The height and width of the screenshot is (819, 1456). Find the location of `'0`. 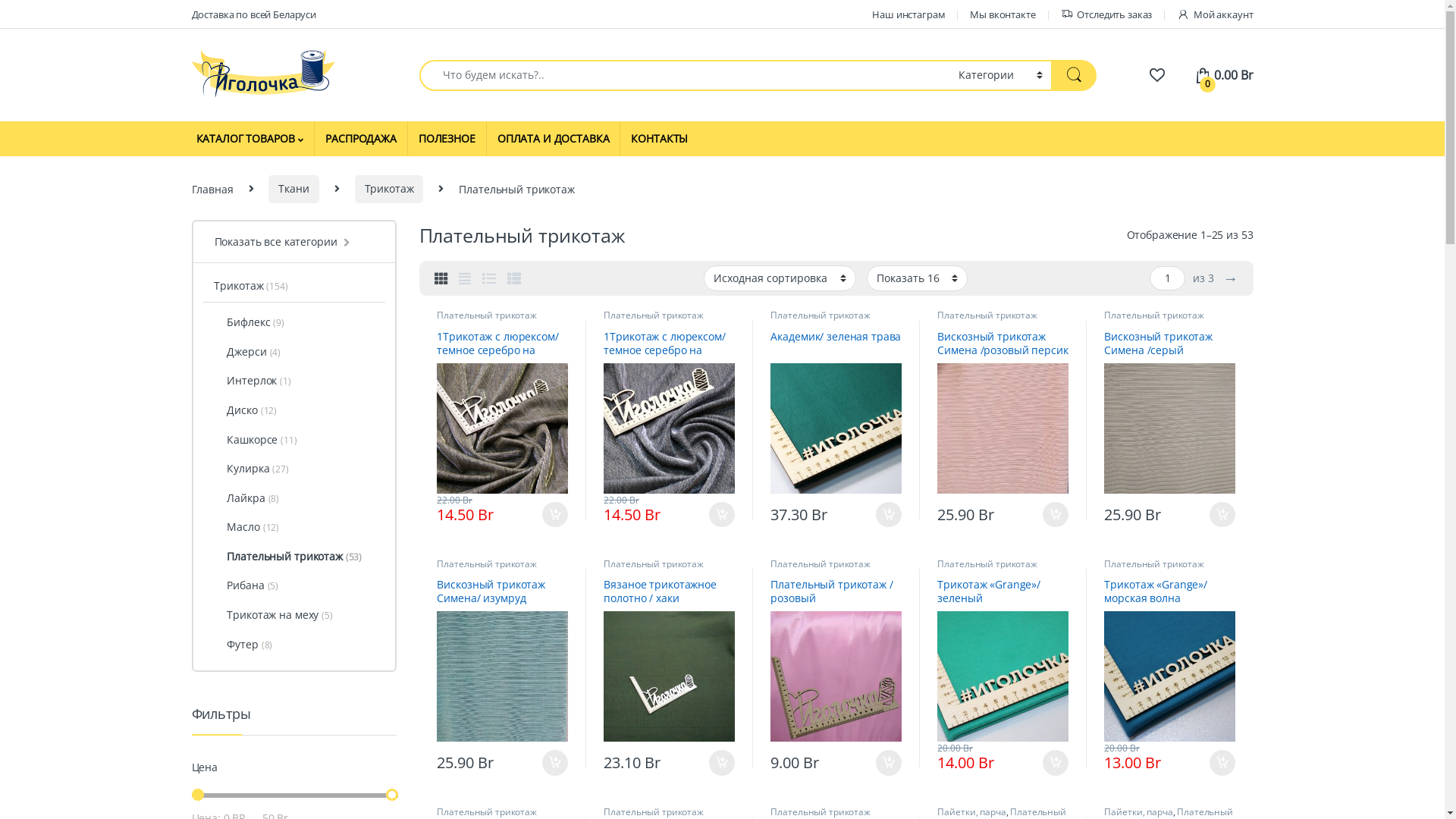

'0 is located at coordinates (1223, 75).